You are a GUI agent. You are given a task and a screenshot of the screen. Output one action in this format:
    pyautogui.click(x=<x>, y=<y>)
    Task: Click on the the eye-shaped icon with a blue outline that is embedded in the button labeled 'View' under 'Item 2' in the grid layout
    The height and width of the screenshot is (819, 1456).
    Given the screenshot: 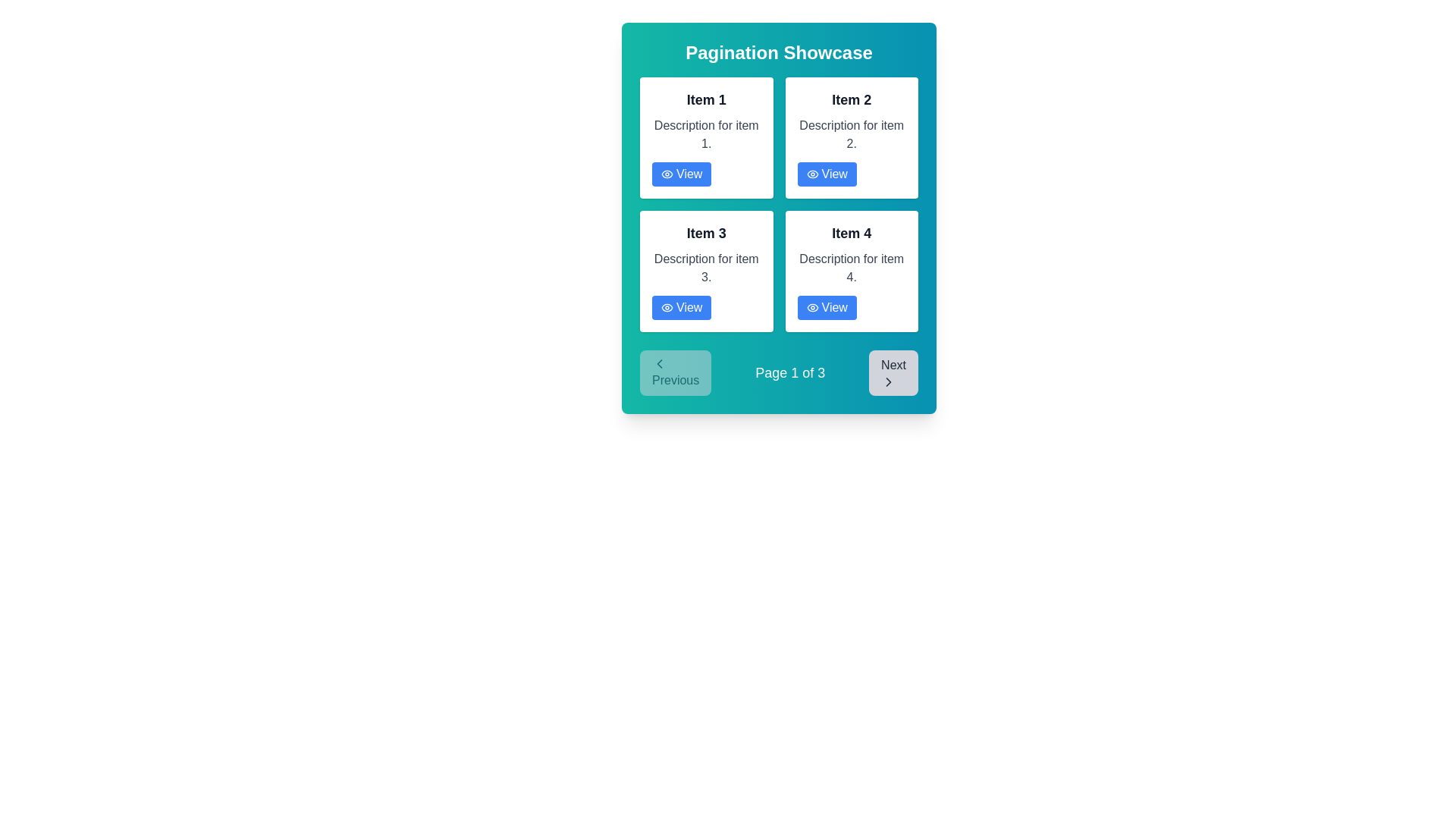 What is the action you would take?
    pyautogui.click(x=811, y=174)
    